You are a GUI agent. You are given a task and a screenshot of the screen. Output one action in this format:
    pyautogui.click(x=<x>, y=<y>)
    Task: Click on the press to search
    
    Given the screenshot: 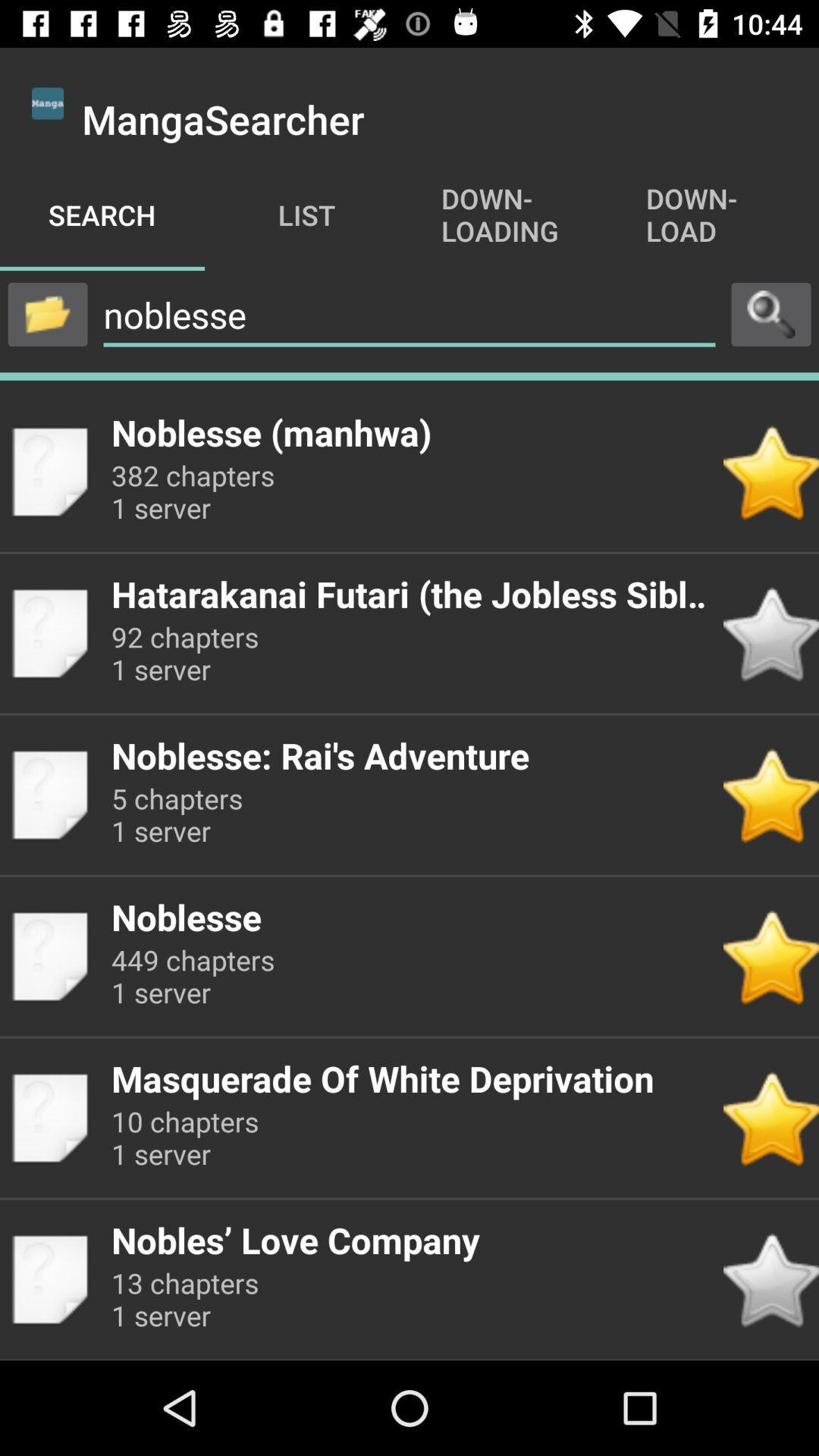 What is the action you would take?
    pyautogui.click(x=771, y=313)
    